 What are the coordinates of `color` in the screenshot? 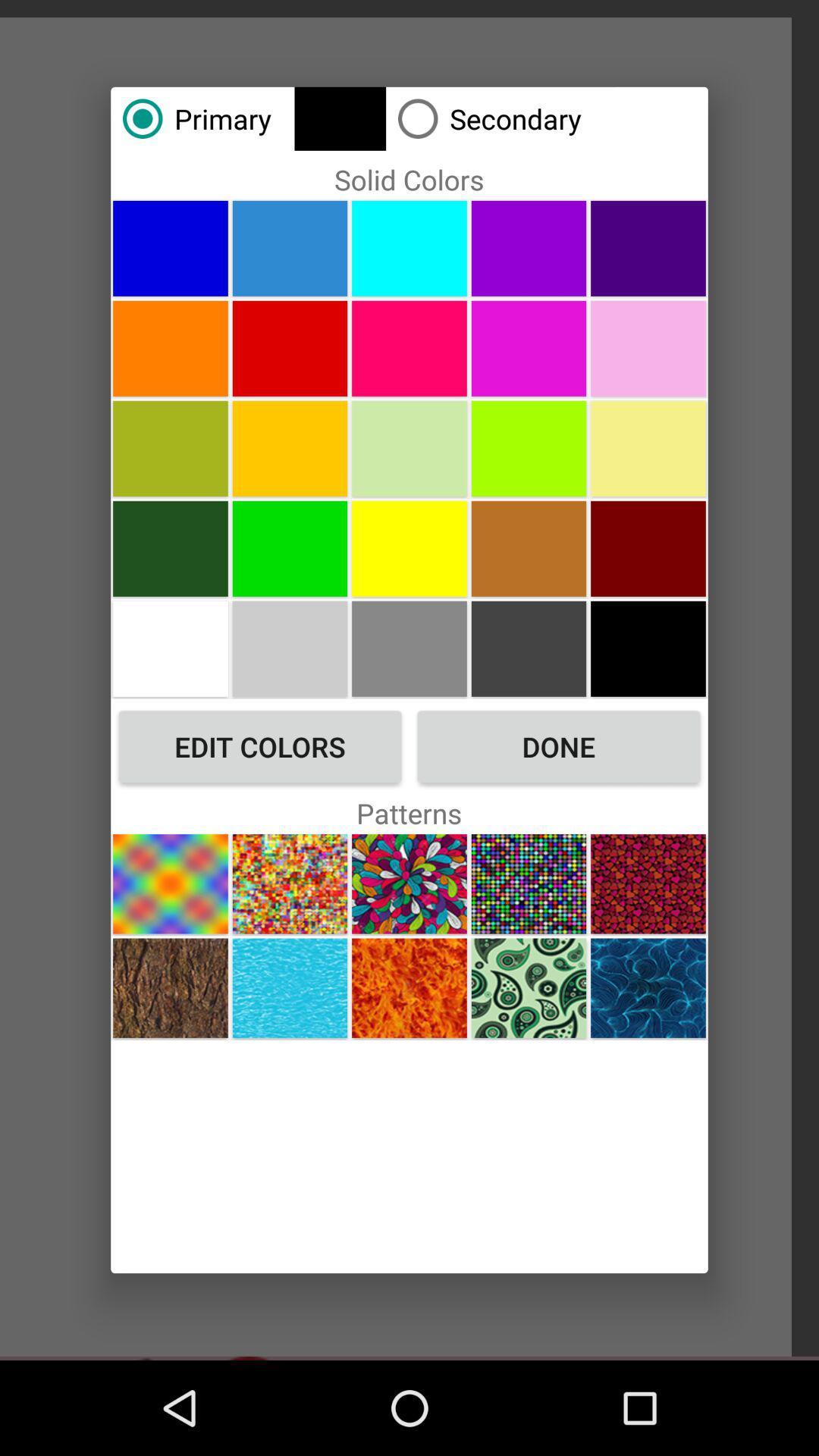 It's located at (290, 248).